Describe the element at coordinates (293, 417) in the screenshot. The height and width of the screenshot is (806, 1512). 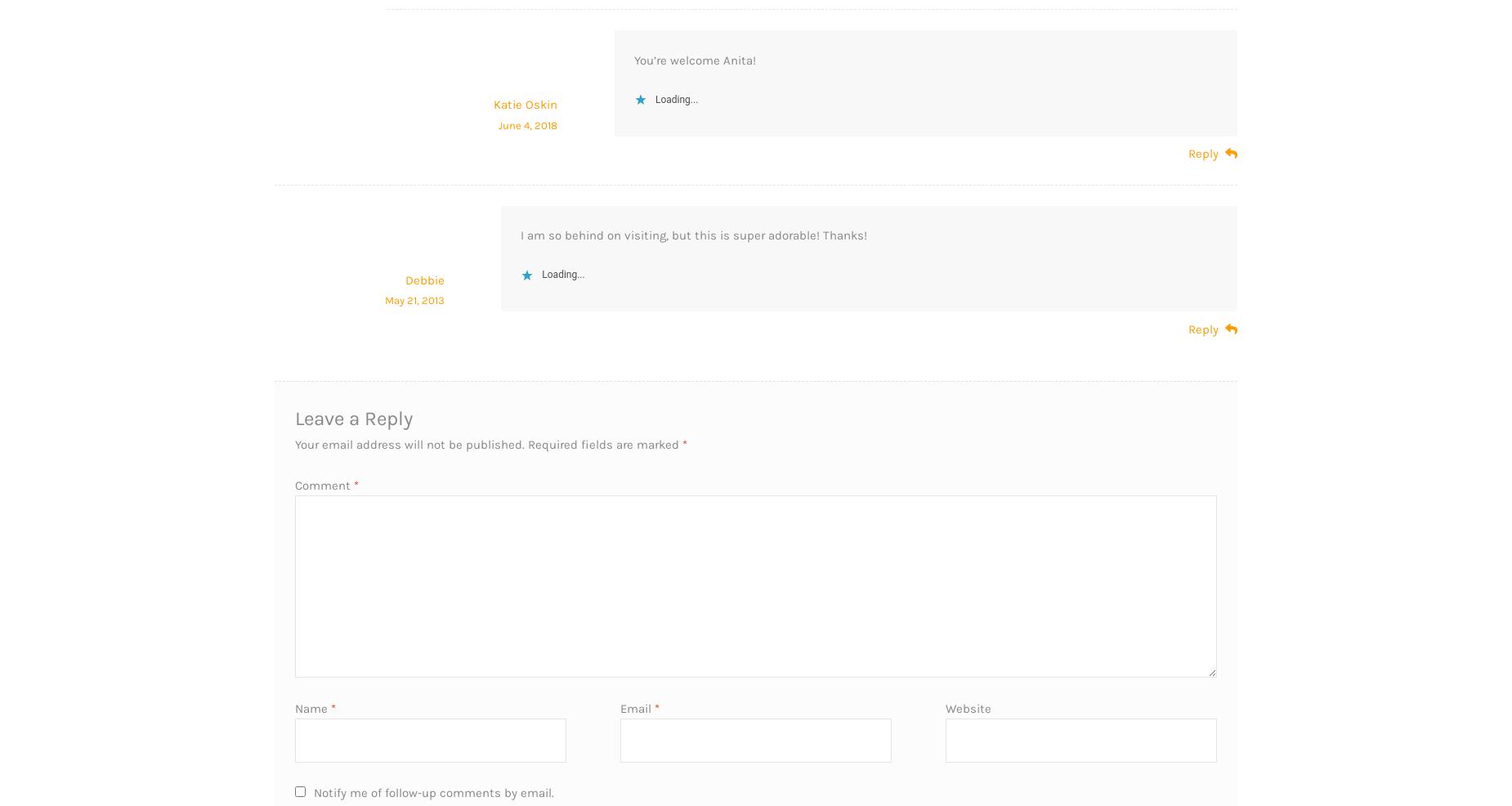
I see `'Leave a Reply'` at that location.